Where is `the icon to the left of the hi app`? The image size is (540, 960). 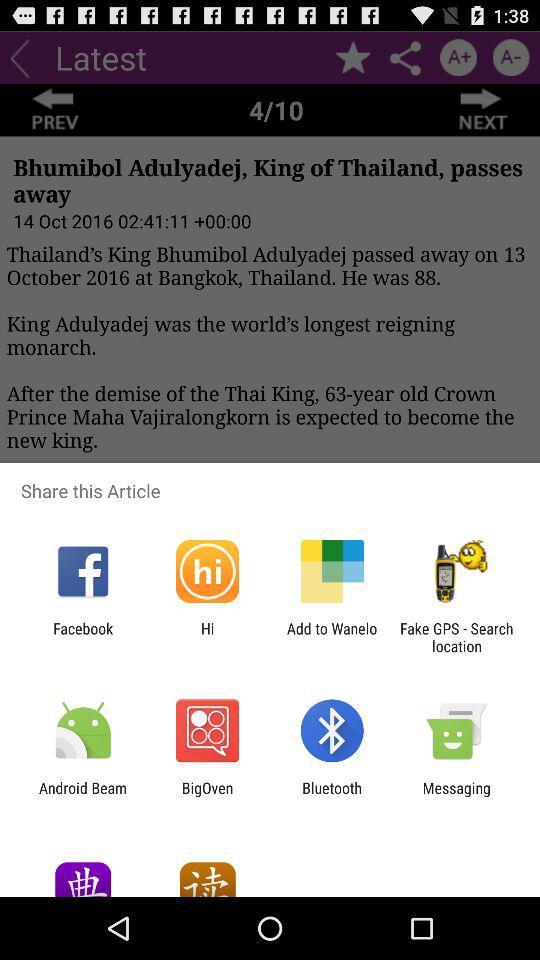
the icon to the left of the hi app is located at coordinates (82, 636).